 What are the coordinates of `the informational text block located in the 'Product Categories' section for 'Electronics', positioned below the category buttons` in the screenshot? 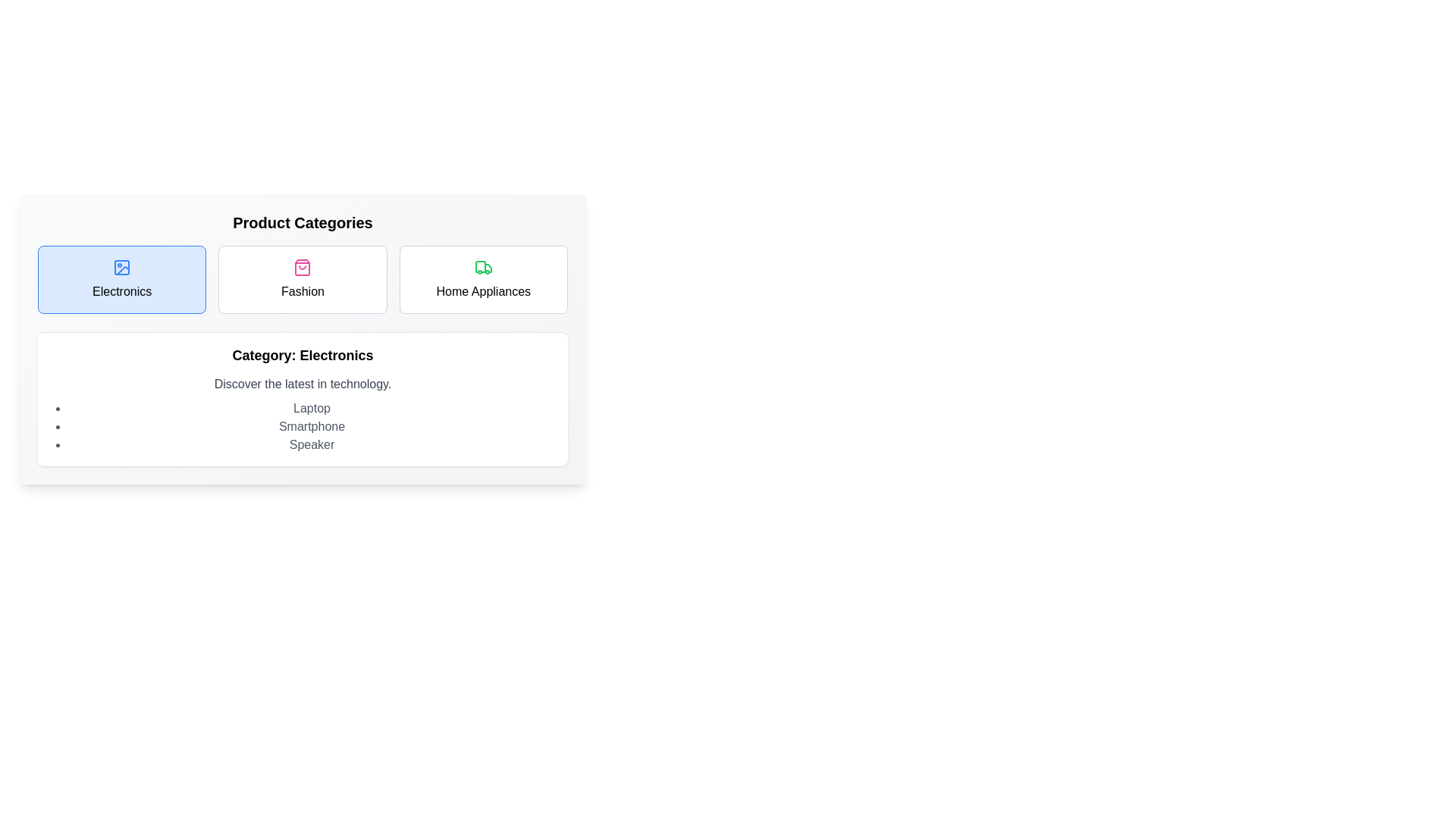 It's located at (303, 398).